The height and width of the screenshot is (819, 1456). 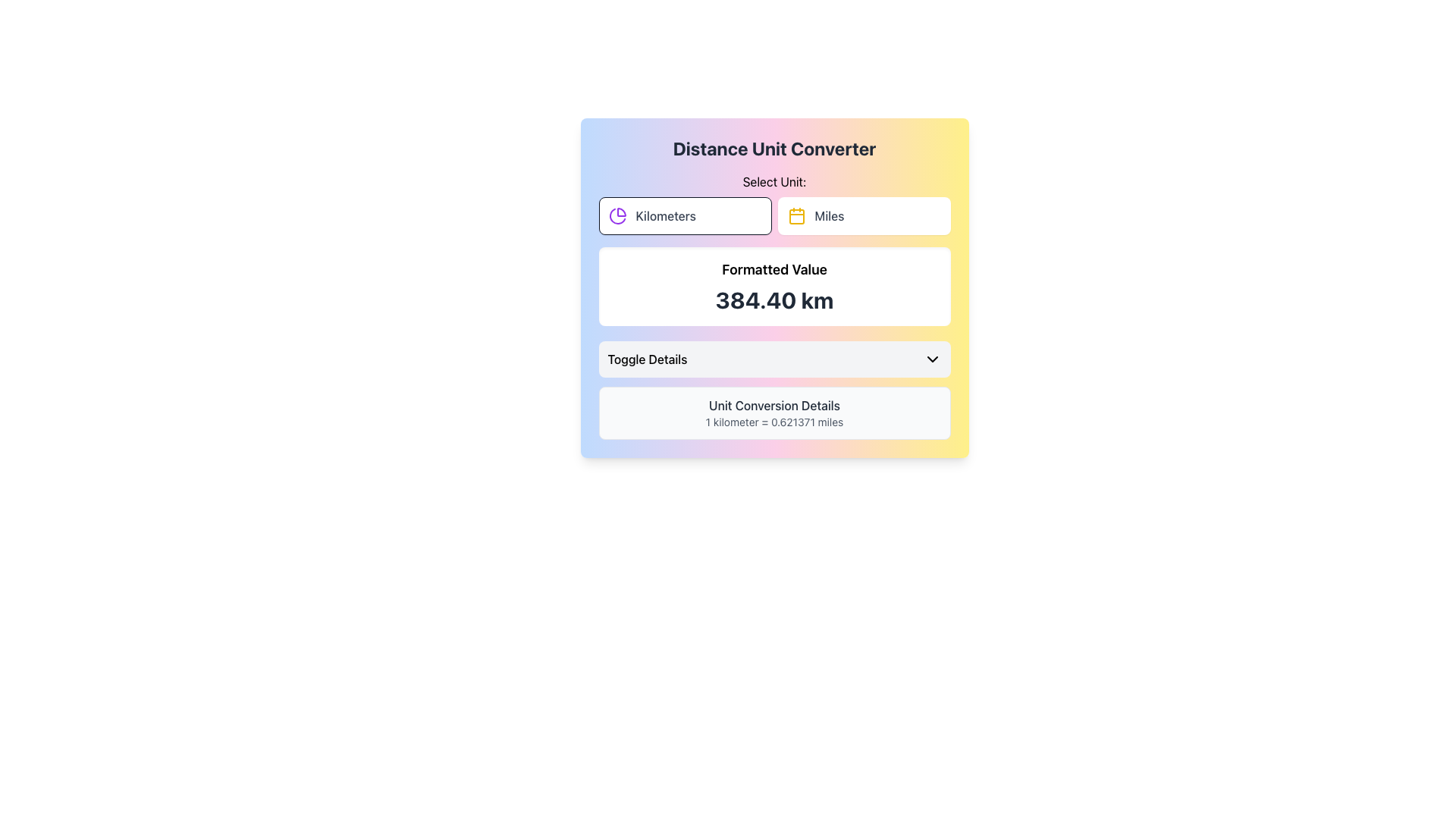 I want to click on the 'Miles' button of the Unit selector toggle, so click(x=774, y=216).